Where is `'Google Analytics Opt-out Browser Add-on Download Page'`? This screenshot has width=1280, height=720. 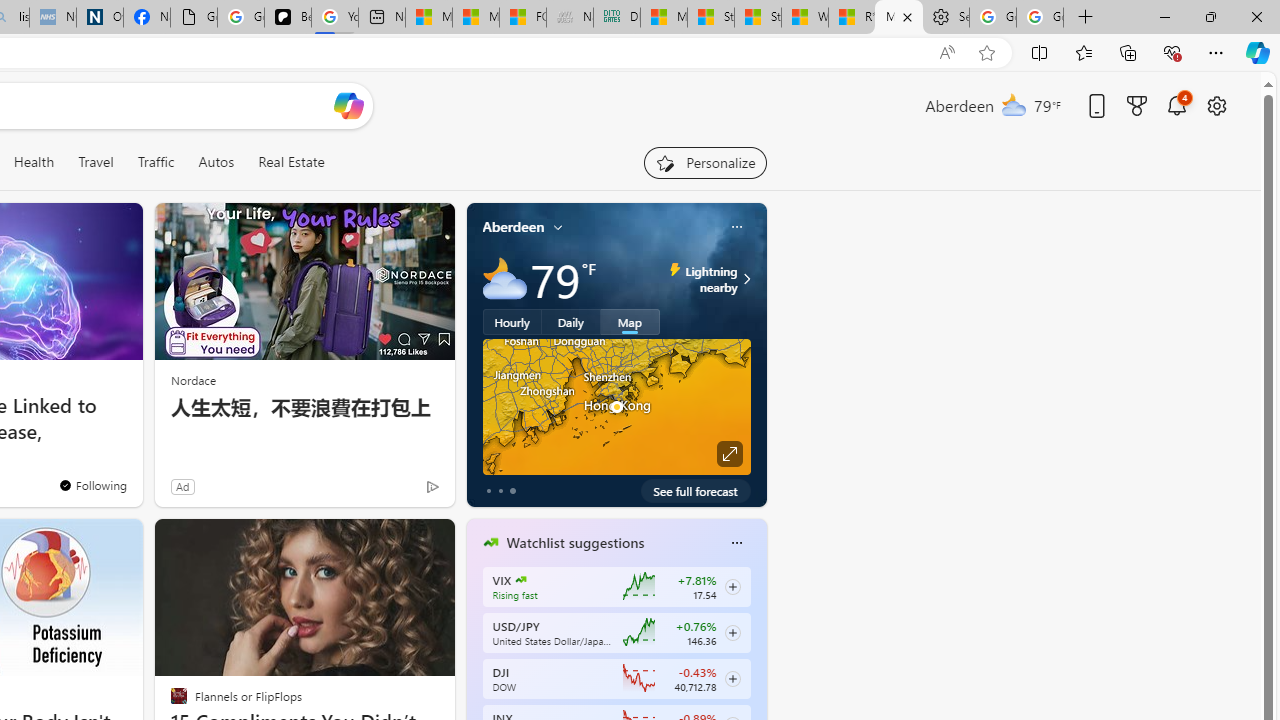 'Google Analytics Opt-out Browser Add-on Download Page' is located at coordinates (194, 17).